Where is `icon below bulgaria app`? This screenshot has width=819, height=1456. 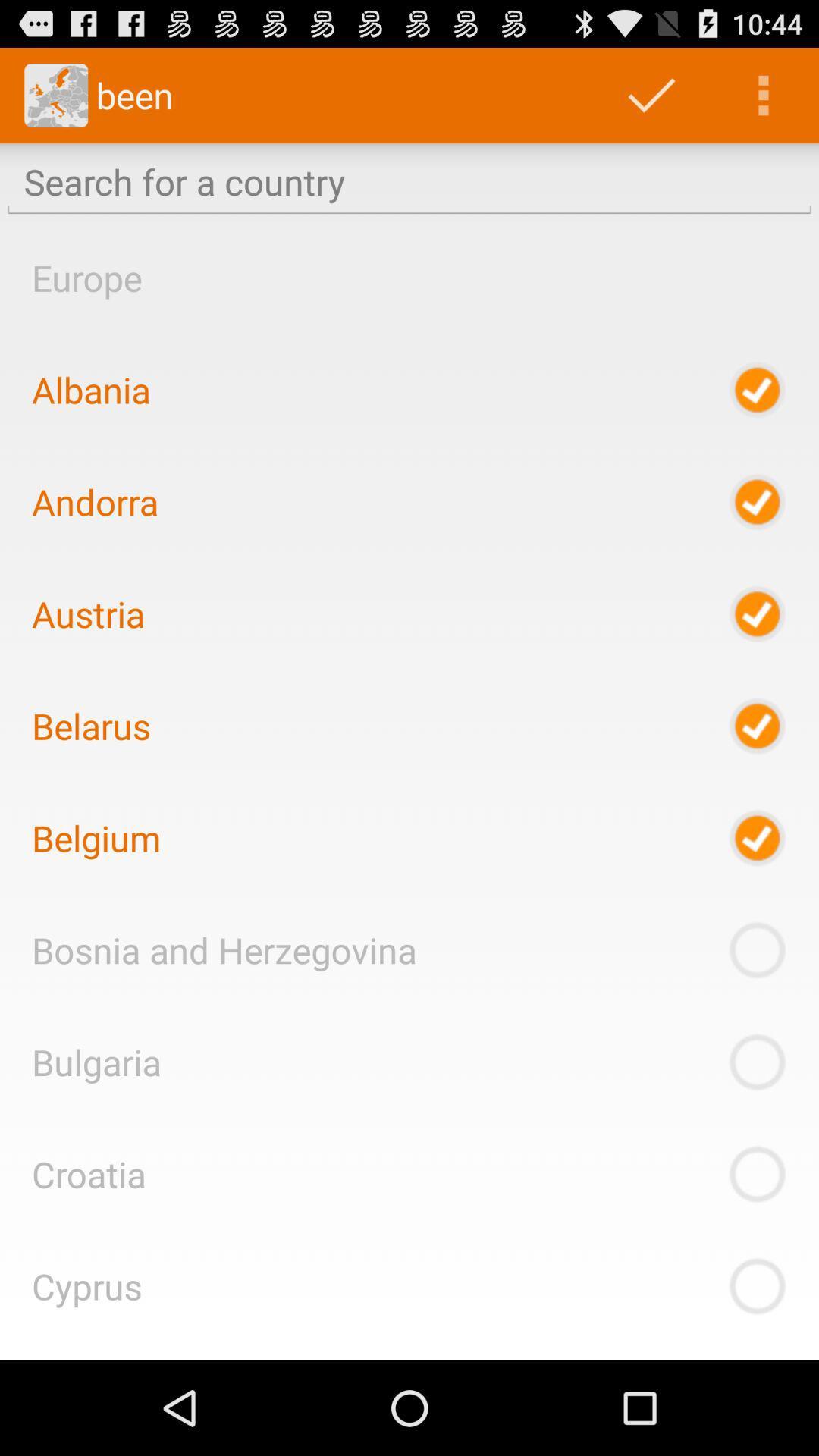
icon below bulgaria app is located at coordinates (89, 1173).